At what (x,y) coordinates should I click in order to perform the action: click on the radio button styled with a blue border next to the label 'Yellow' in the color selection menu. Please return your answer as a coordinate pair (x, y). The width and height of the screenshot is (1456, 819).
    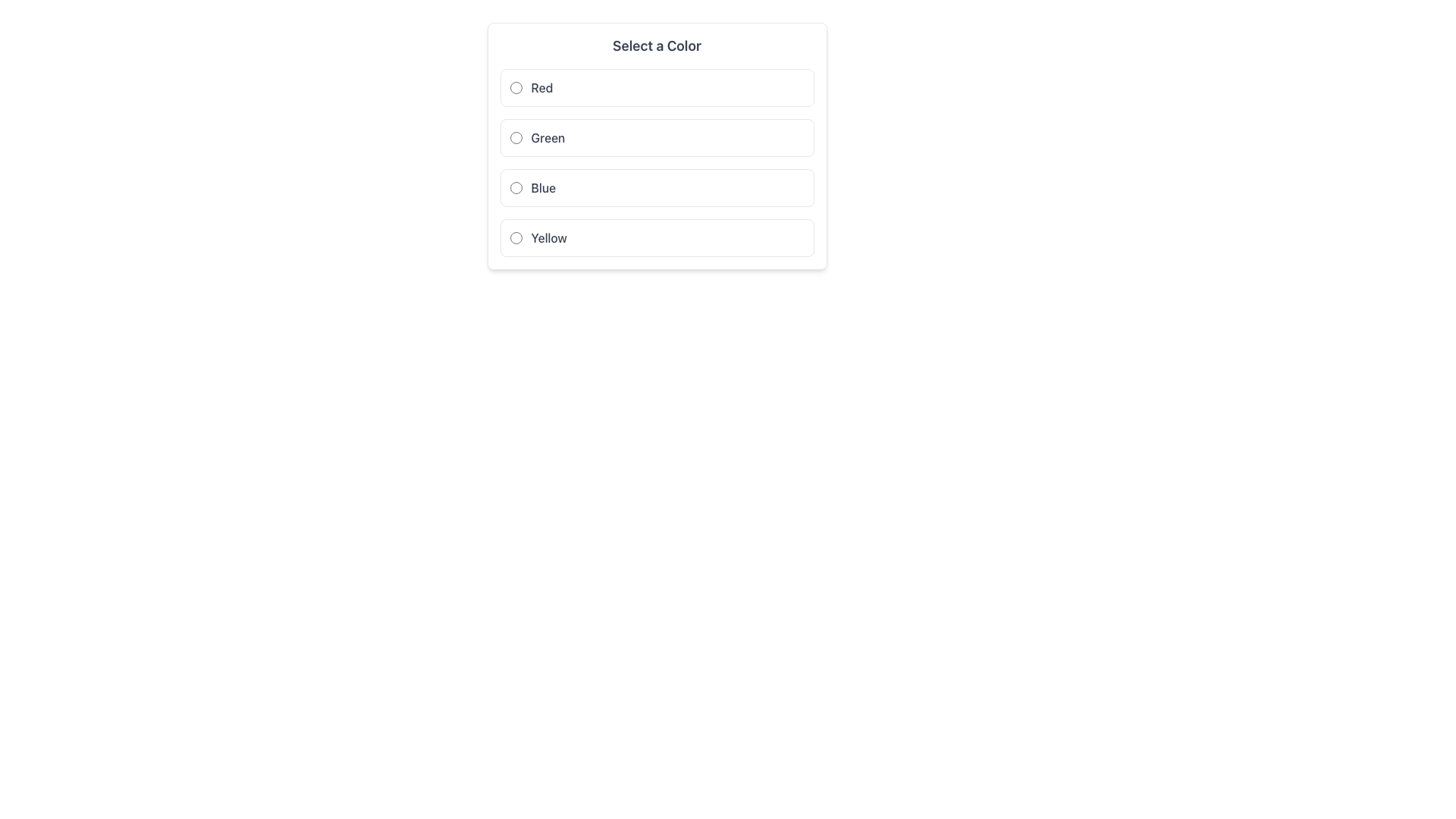
    Looking at the image, I should click on (516, 237).